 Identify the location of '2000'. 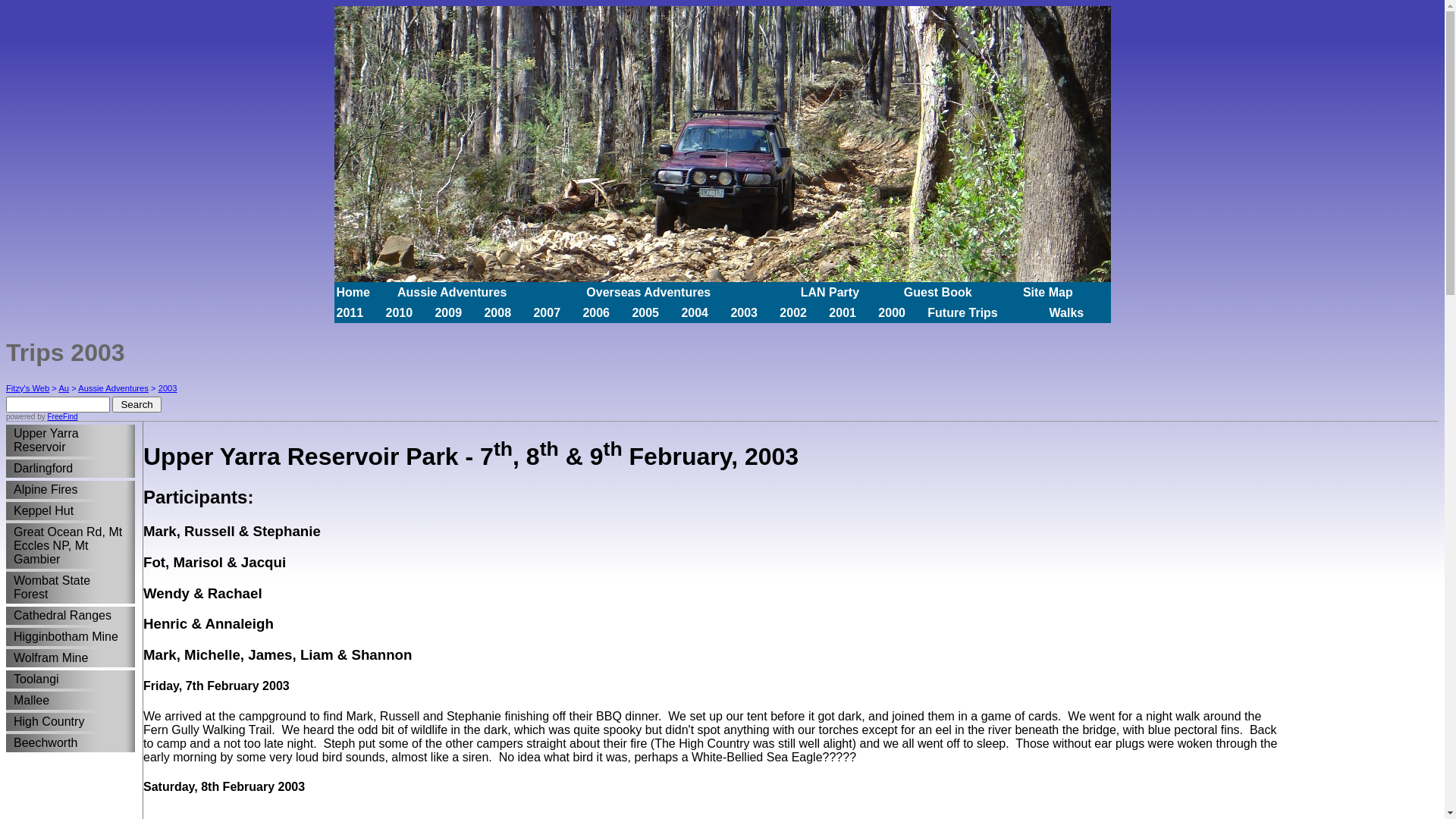
(877, 312).